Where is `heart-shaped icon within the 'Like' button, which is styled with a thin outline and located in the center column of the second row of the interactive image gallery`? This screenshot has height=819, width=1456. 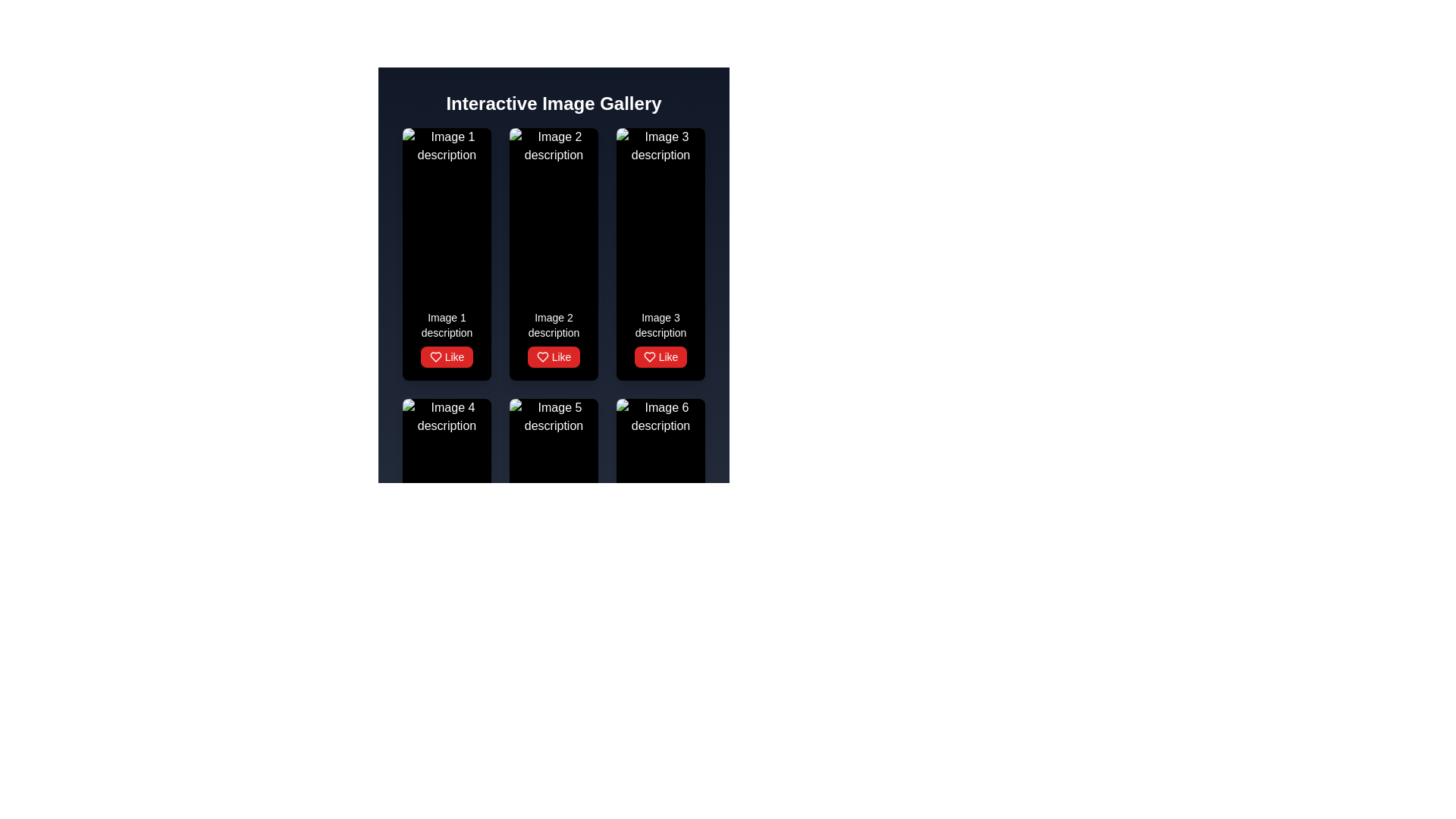 heart-shaped icon within the 'Like' button, which is styled with a thin outline and located in the center column of the second row of the interactive image gallery is located at coordinates (435, 628).